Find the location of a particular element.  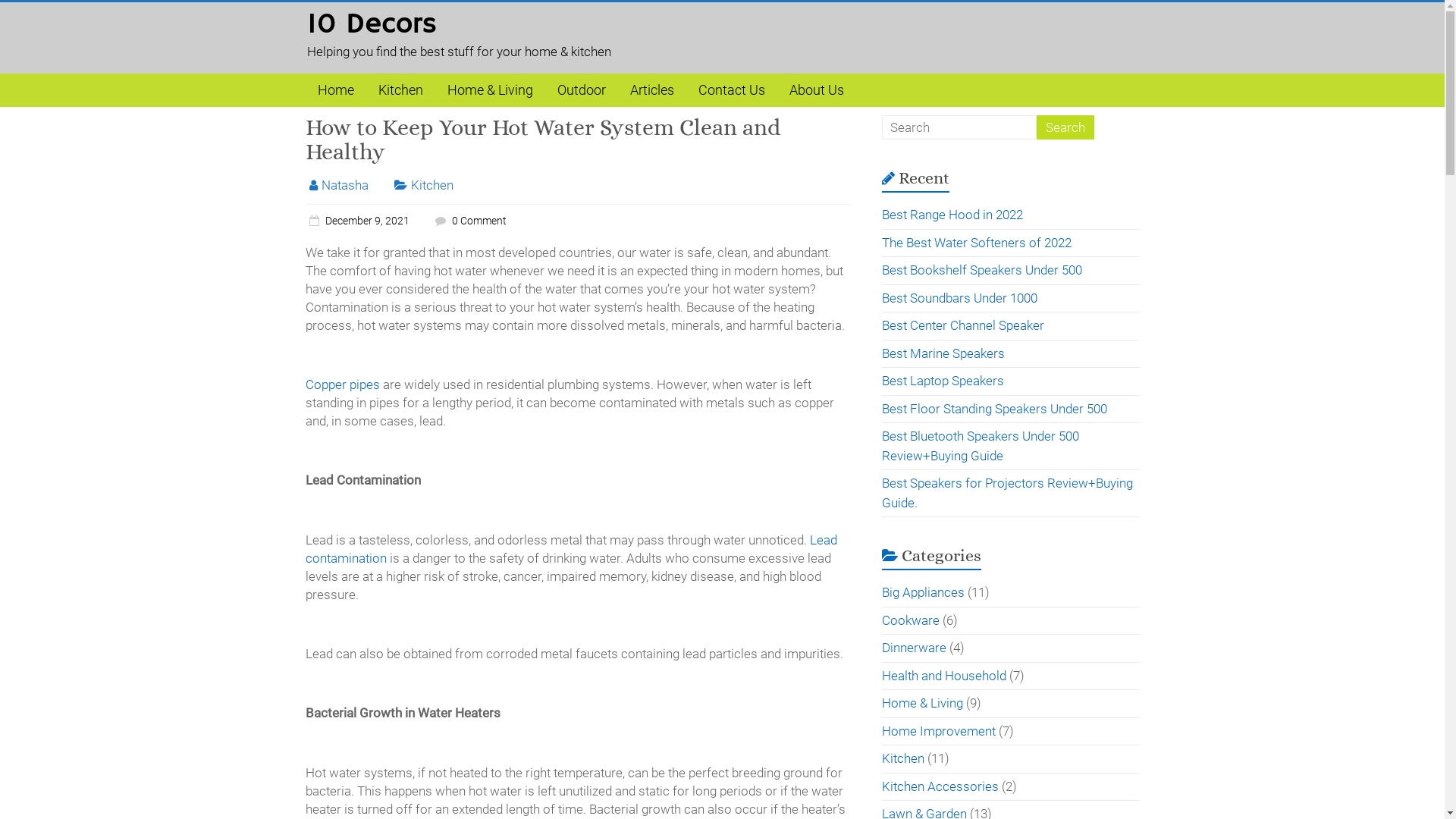

'Home & Living' is located at coordinates (490, 90).